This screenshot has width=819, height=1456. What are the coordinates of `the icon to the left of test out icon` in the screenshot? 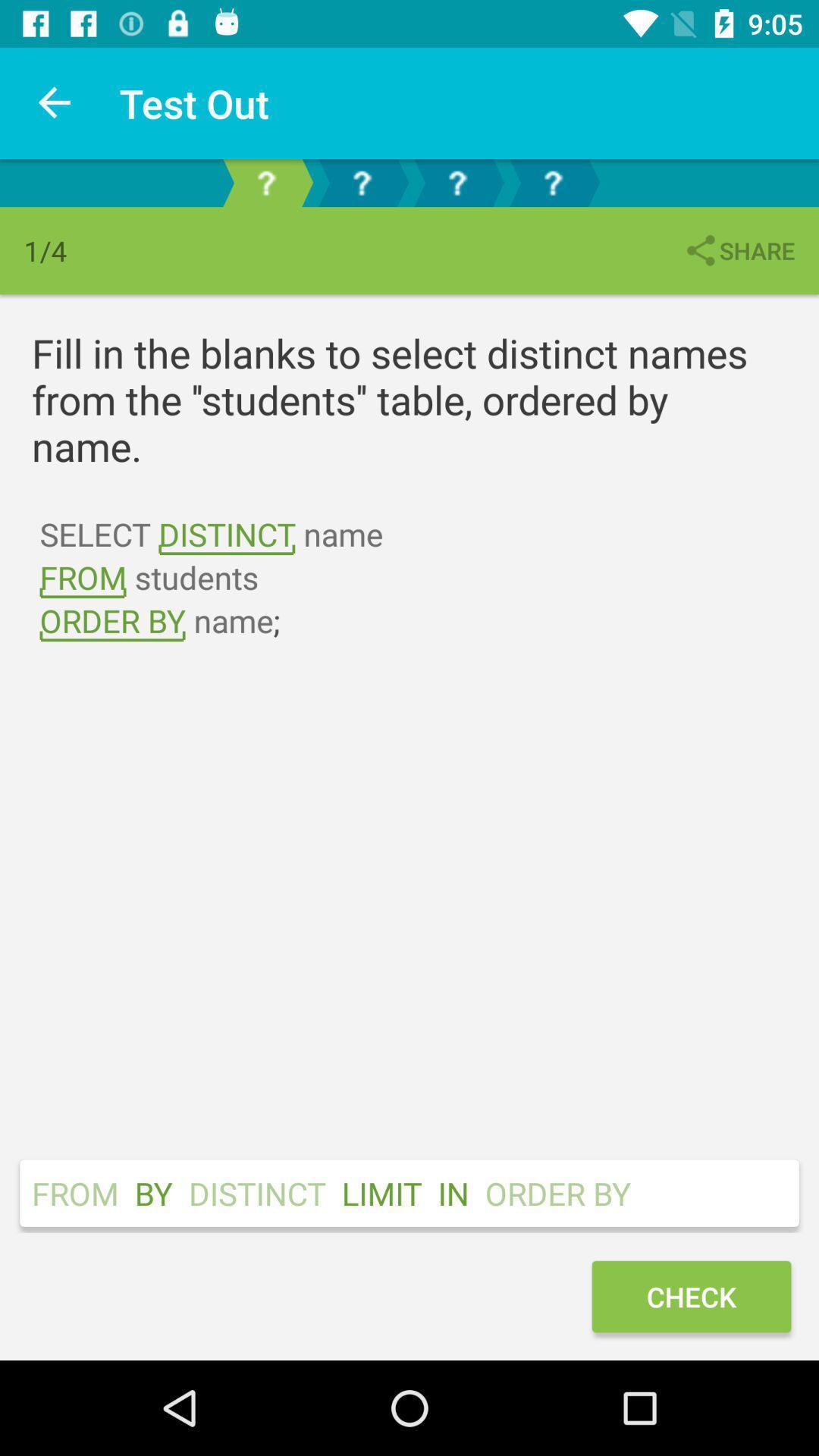 It's located at (55, 102).